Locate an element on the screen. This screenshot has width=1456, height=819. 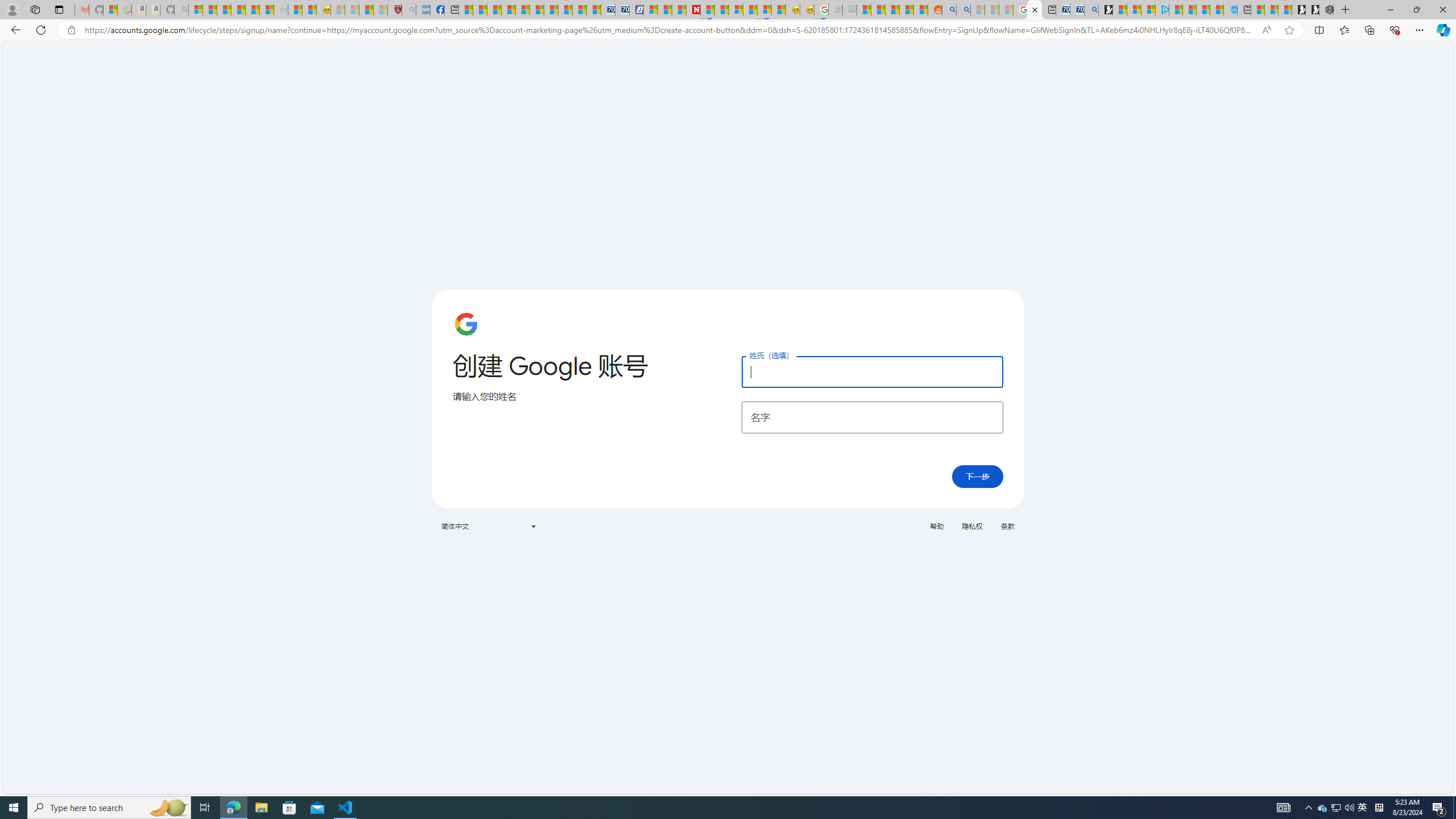
'Combat Siege - Sleeping' is located at coordinates (280, 9).